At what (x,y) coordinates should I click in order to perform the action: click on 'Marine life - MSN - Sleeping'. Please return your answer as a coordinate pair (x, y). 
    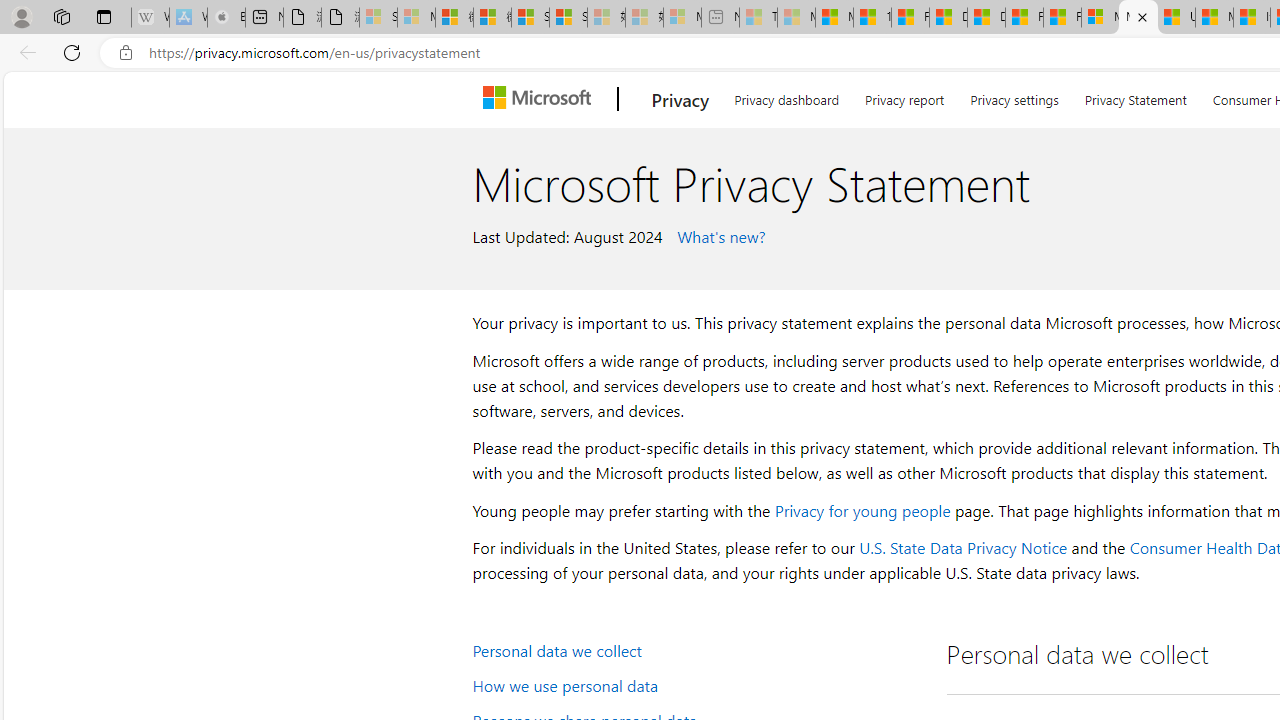
    Looking at the image, I should click on (795, 17).